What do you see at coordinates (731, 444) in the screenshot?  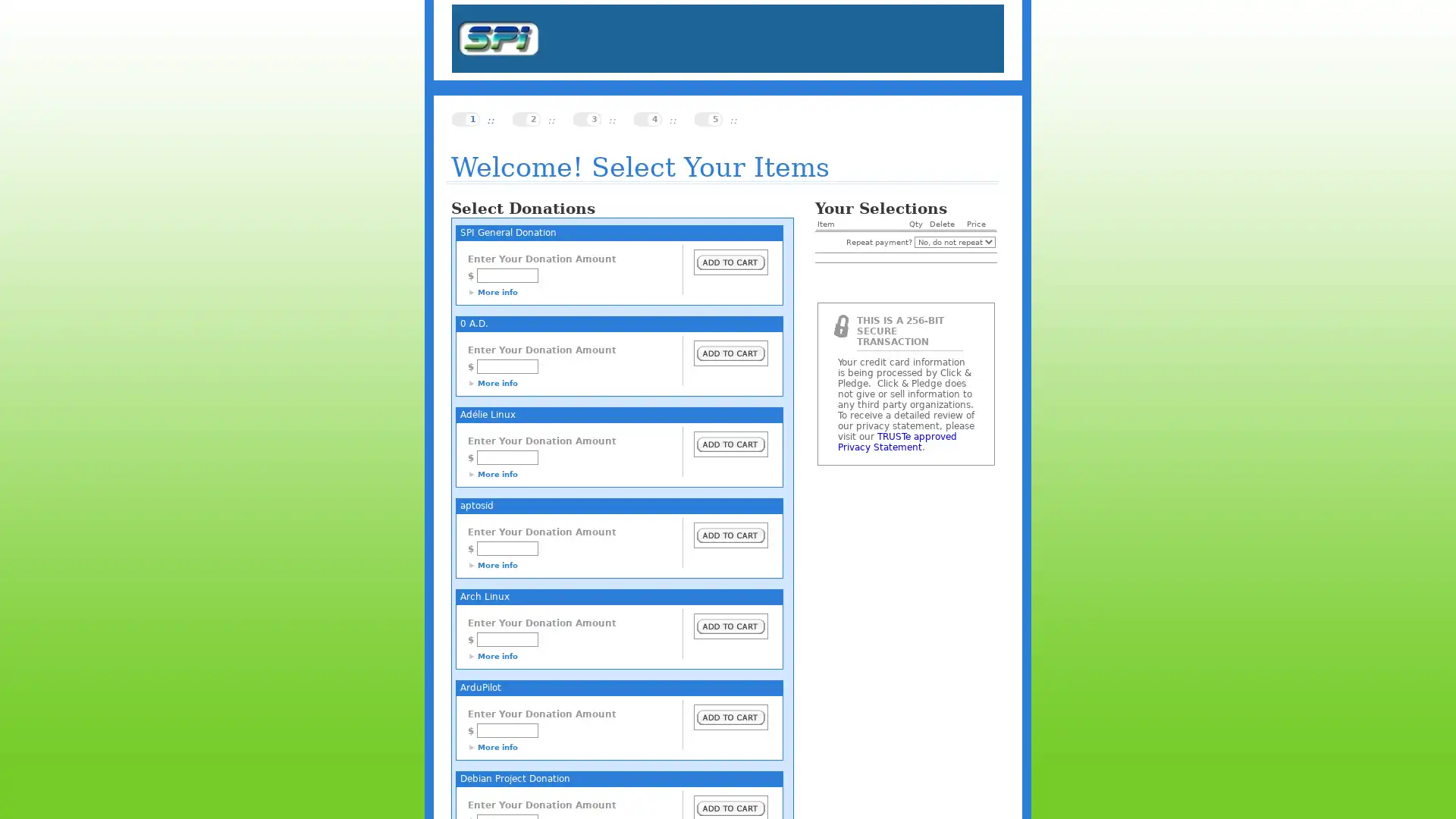 I see `Submit` at bounding box center [731, 444].